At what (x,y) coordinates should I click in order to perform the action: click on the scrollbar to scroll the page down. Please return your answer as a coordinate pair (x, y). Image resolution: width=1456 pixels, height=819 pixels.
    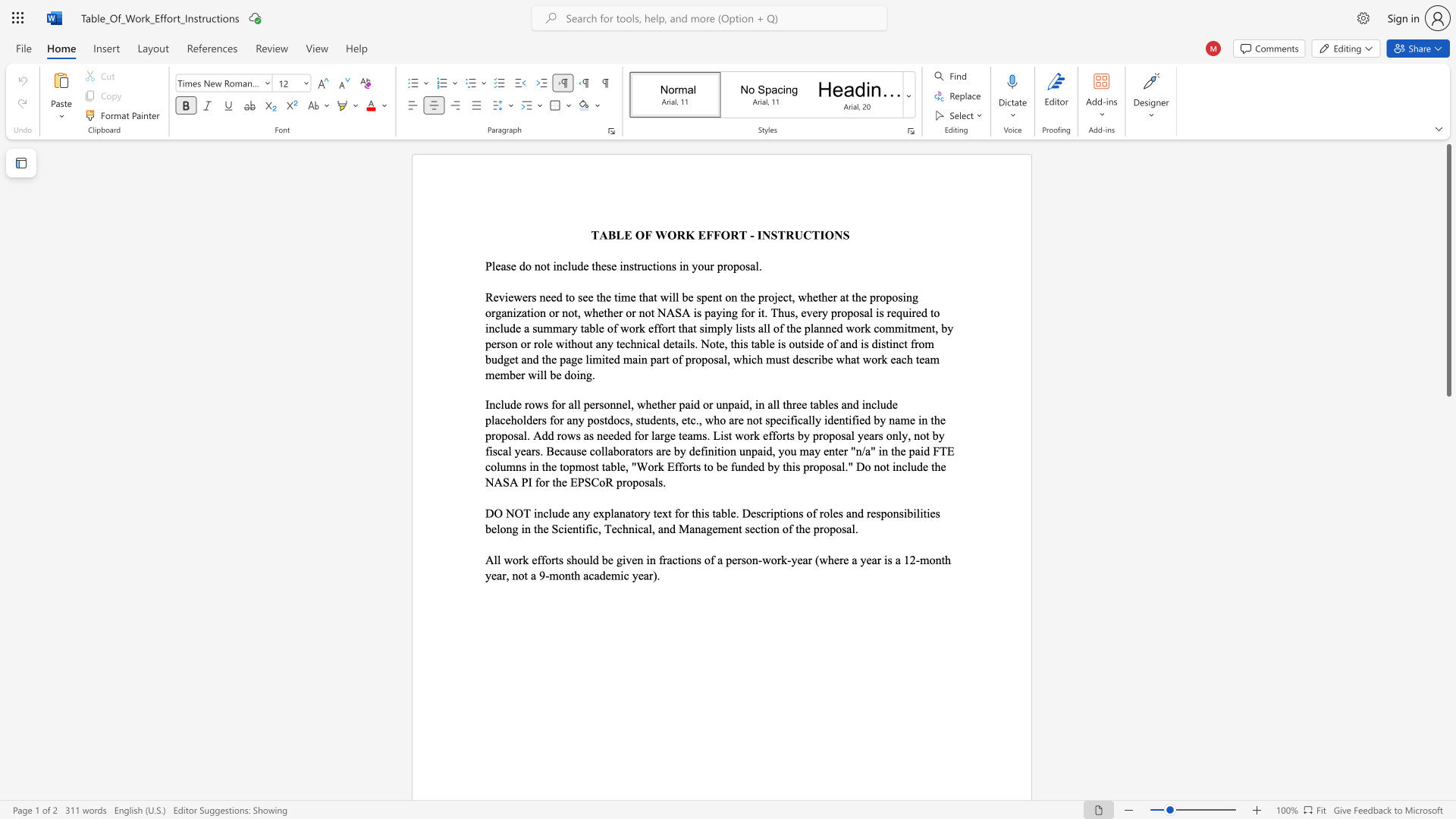
    Looking at the image, I should click on (1448, 605).